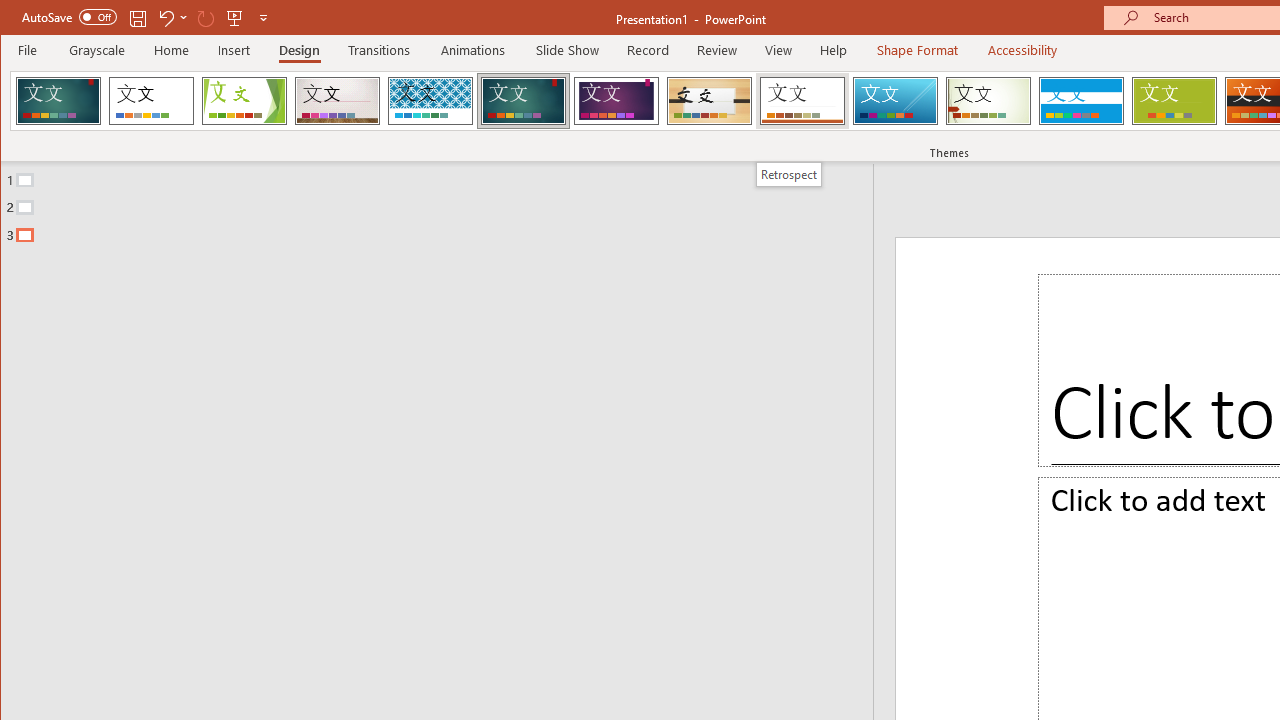 Image resolution: width=1280 pixels, height=720 pixels. What do you see at coordinates (523, 100) in the screenshot?
I see `'Ion'` at bounding box center [523, 100].